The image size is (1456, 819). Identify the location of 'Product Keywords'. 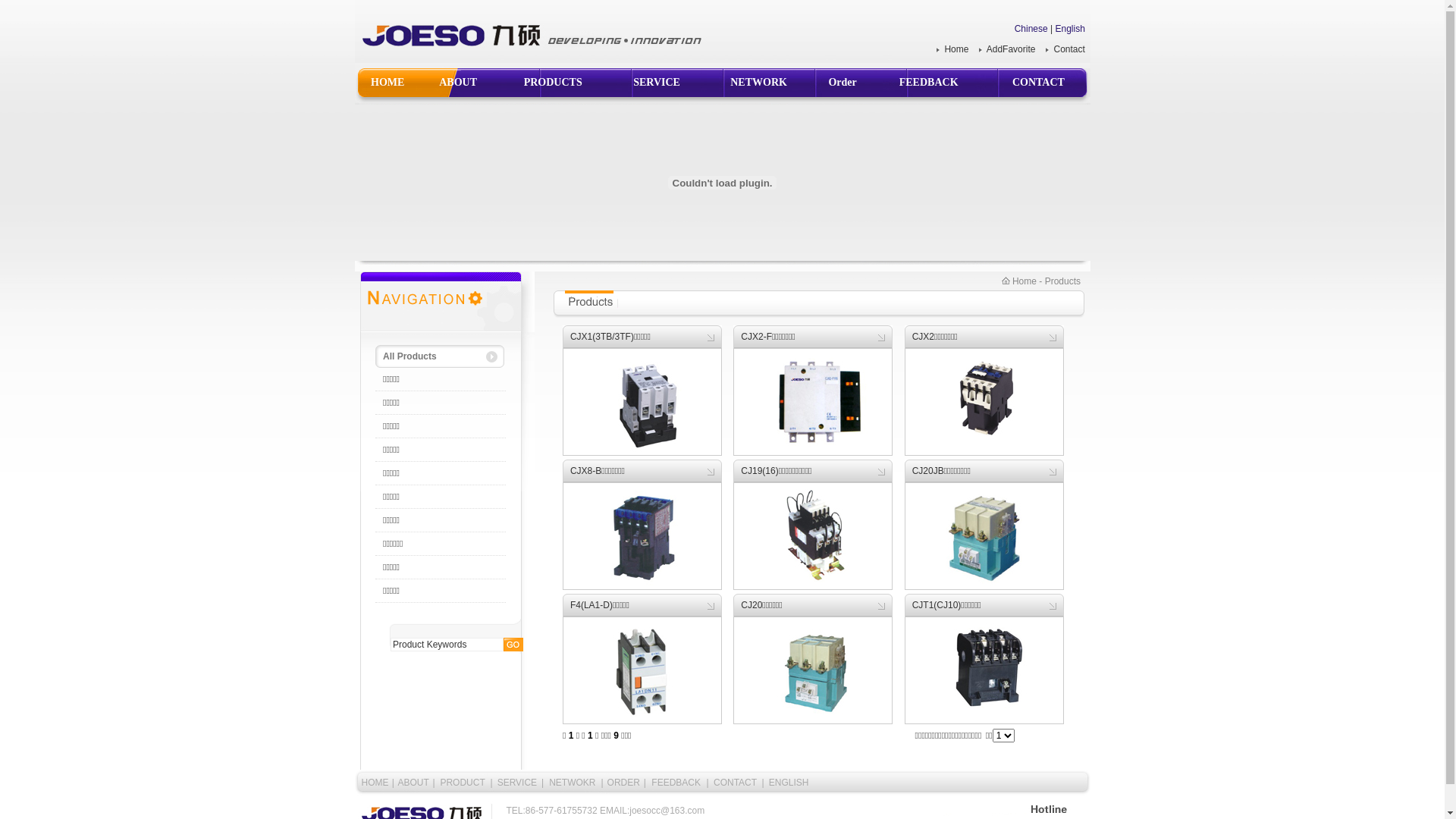
(390, 644).